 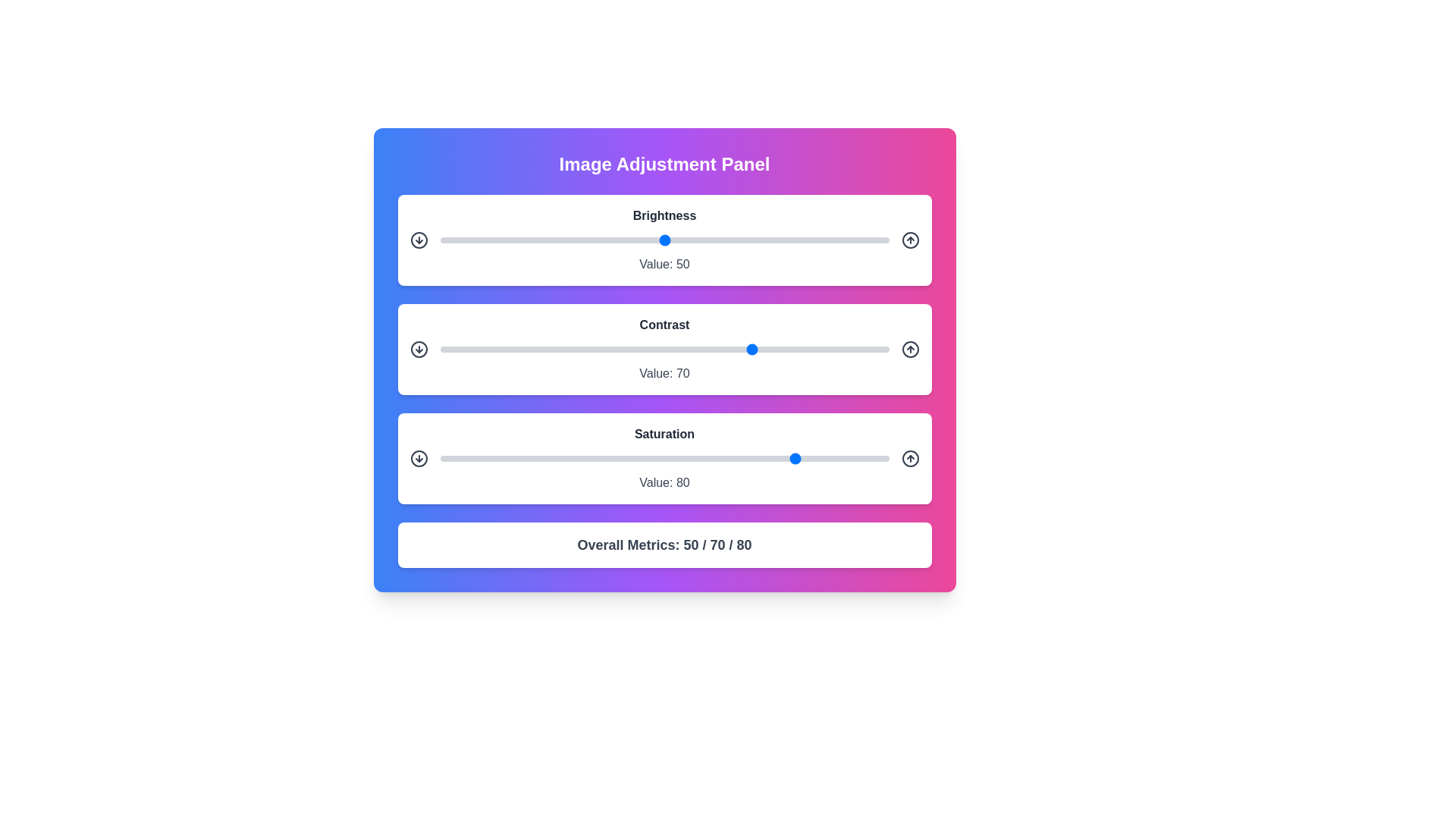 I want to click on displayed text from the Text label located at the bottom of the 'Image Adjustment Panel', which summarizes metrics for brightness, contrast, and saturation adjustments, so click(x=664, y=544).